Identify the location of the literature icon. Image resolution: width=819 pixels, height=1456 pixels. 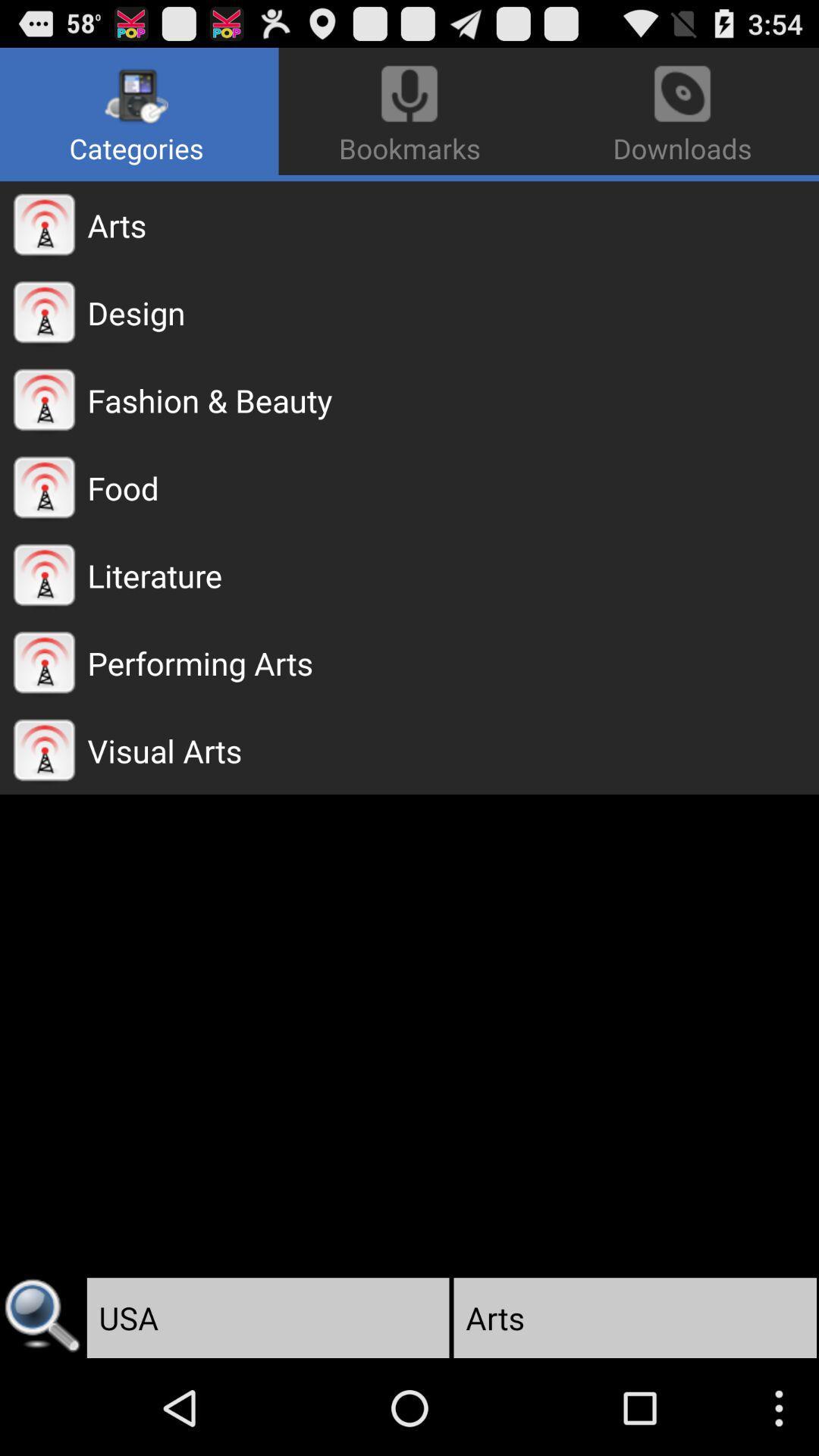
(452, 574).